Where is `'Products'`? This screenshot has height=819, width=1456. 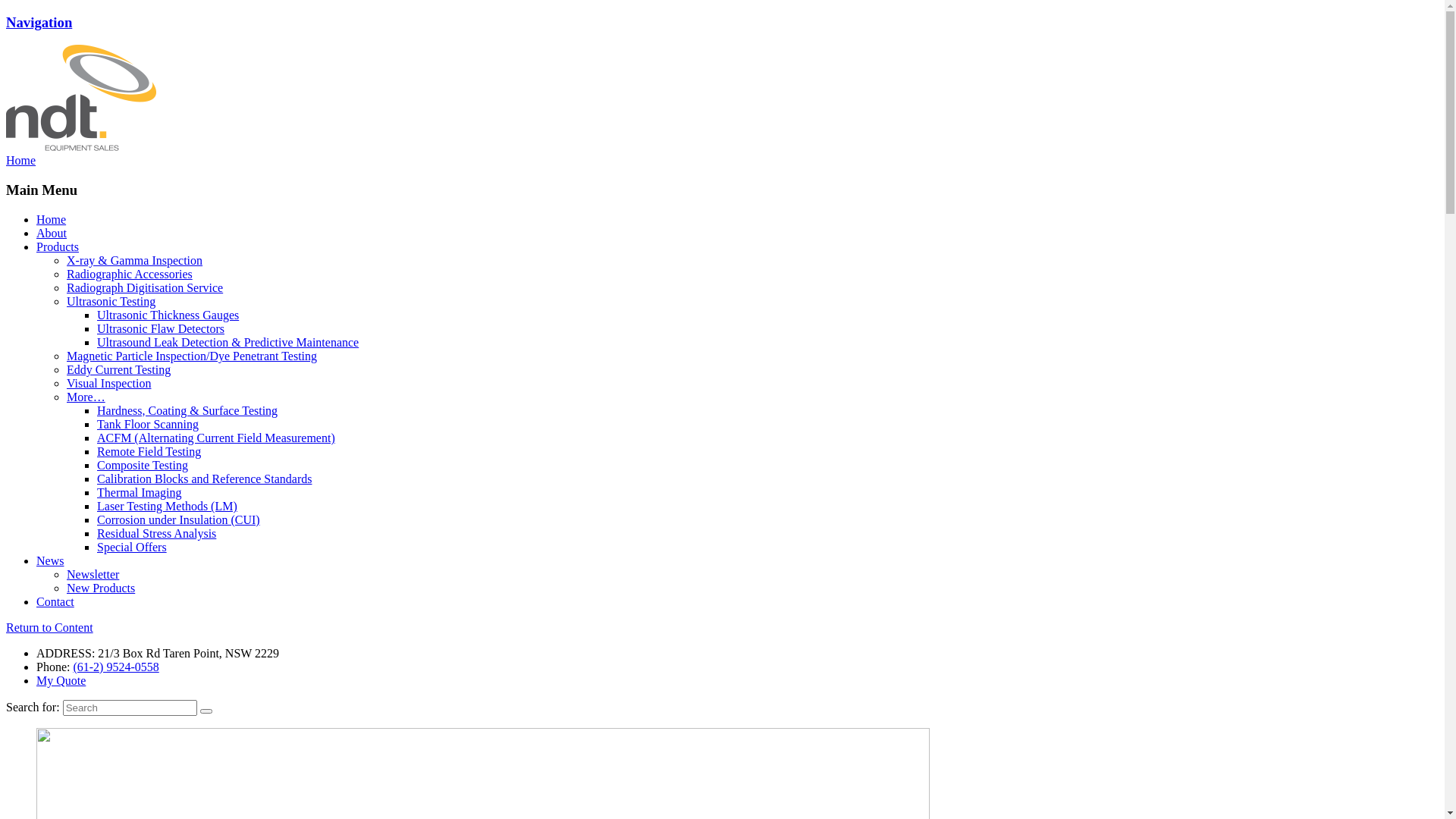 'Products' is located at coordinates (58, 246).